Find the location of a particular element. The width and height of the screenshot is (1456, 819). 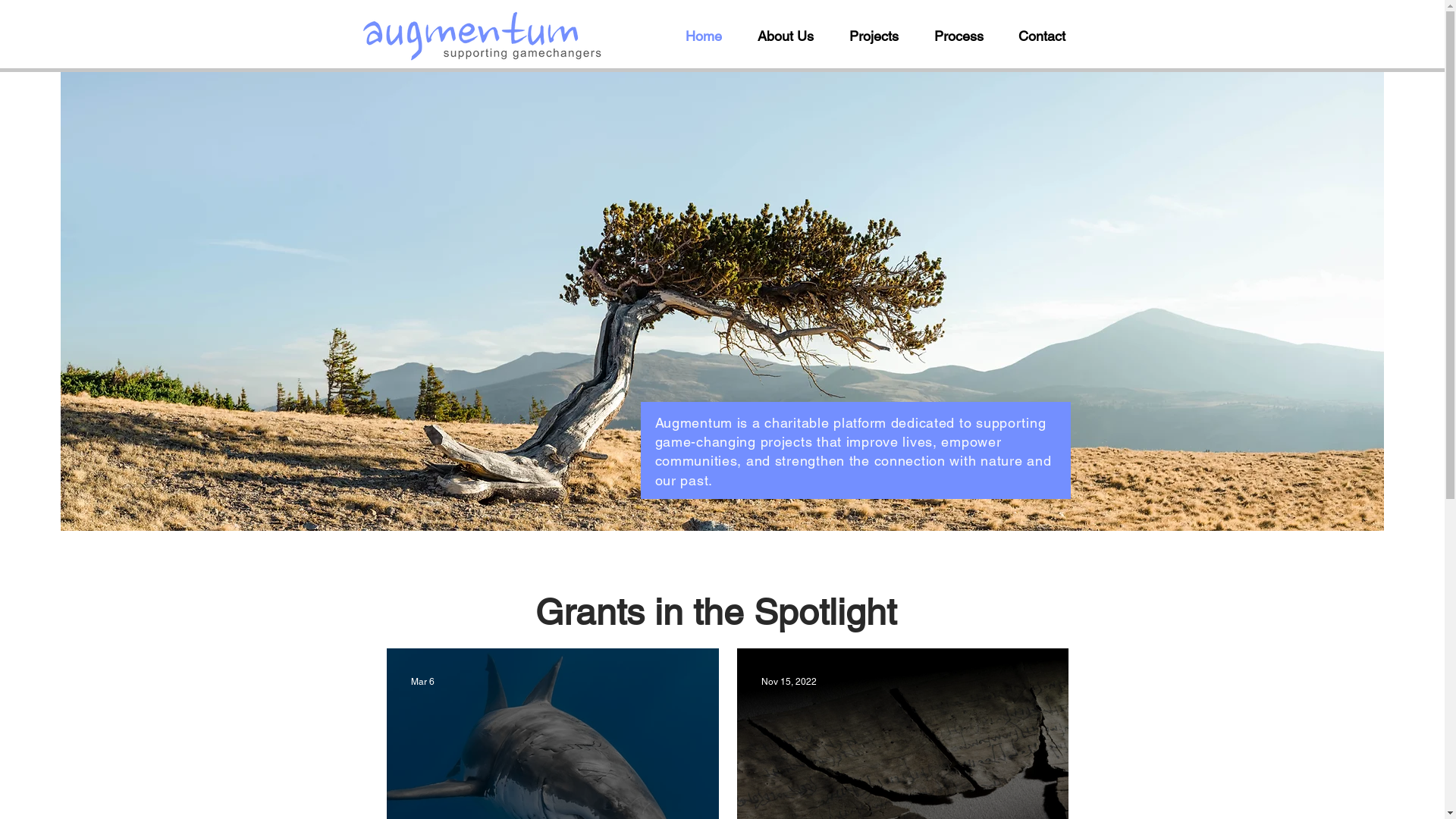

'Contact' is located at coordinates (1047, 35).